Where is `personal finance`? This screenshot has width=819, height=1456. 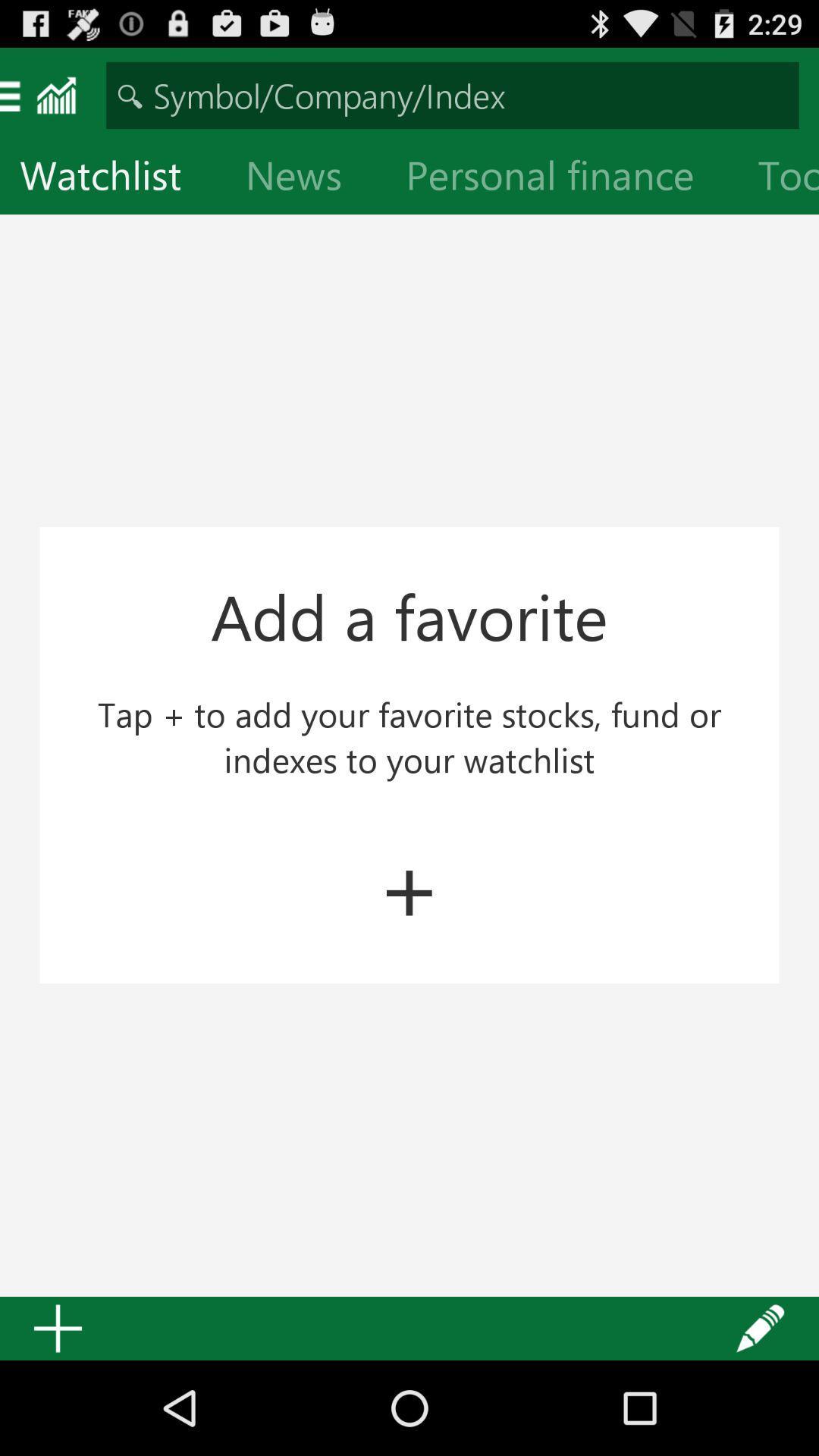 personal finance is located at coordinates (562, 178).